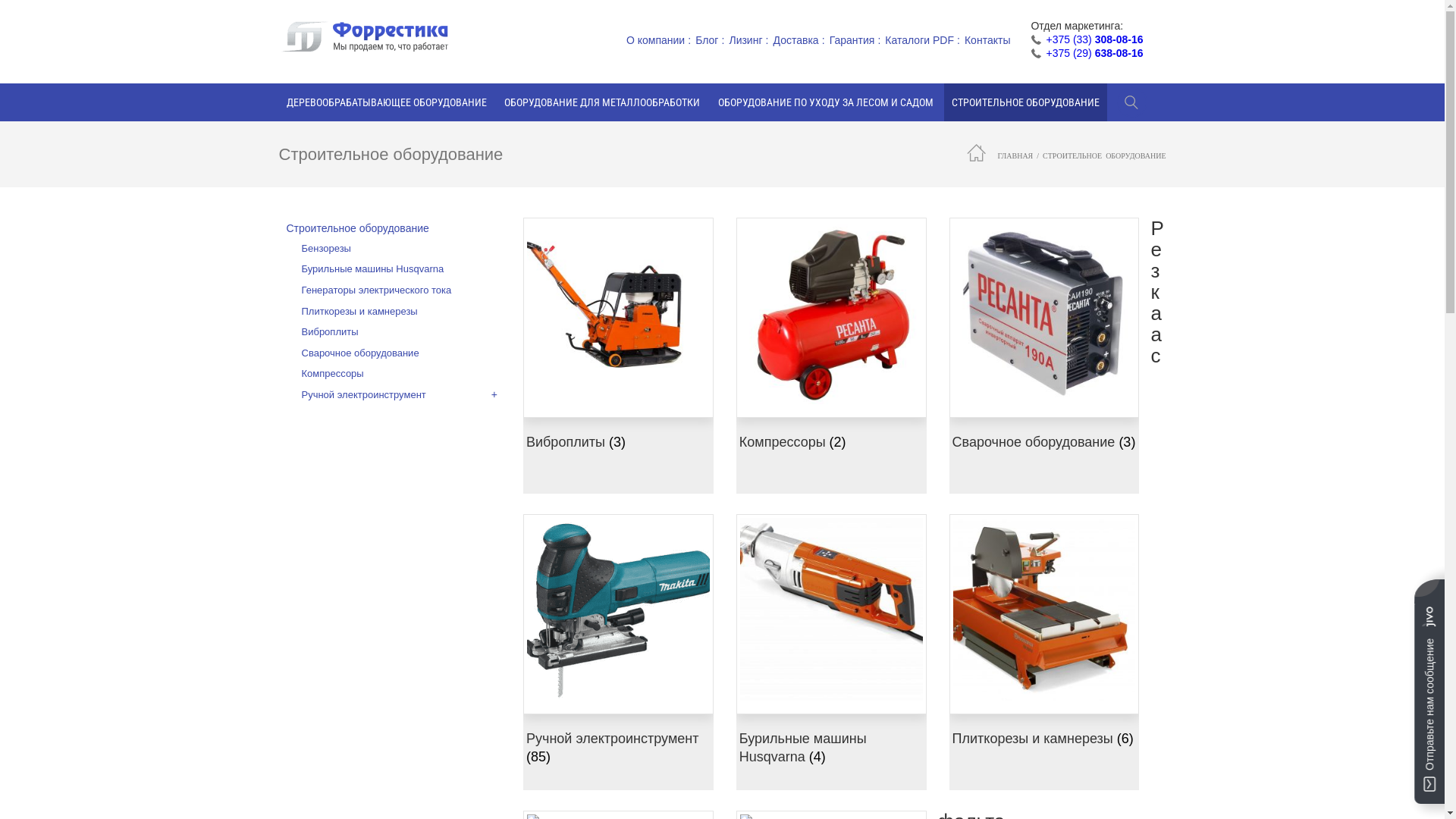  What do you see at coordinates (1044, 52) in the screenshot?
I see `'+375 (29) 638-08-16'` at bounding box center [1044, 52].